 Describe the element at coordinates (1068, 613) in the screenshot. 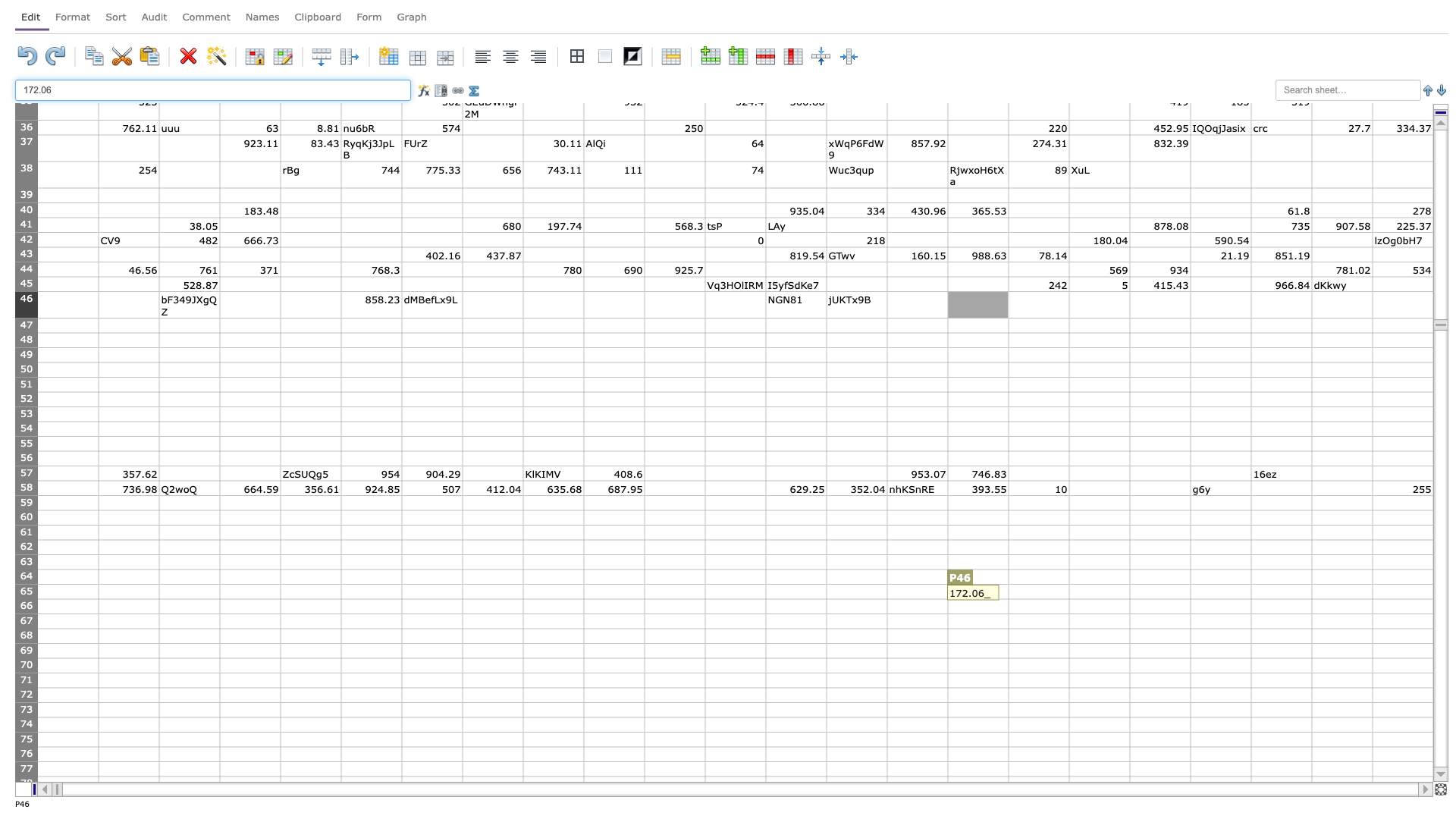

I see `Lower right of Q66` at that location.